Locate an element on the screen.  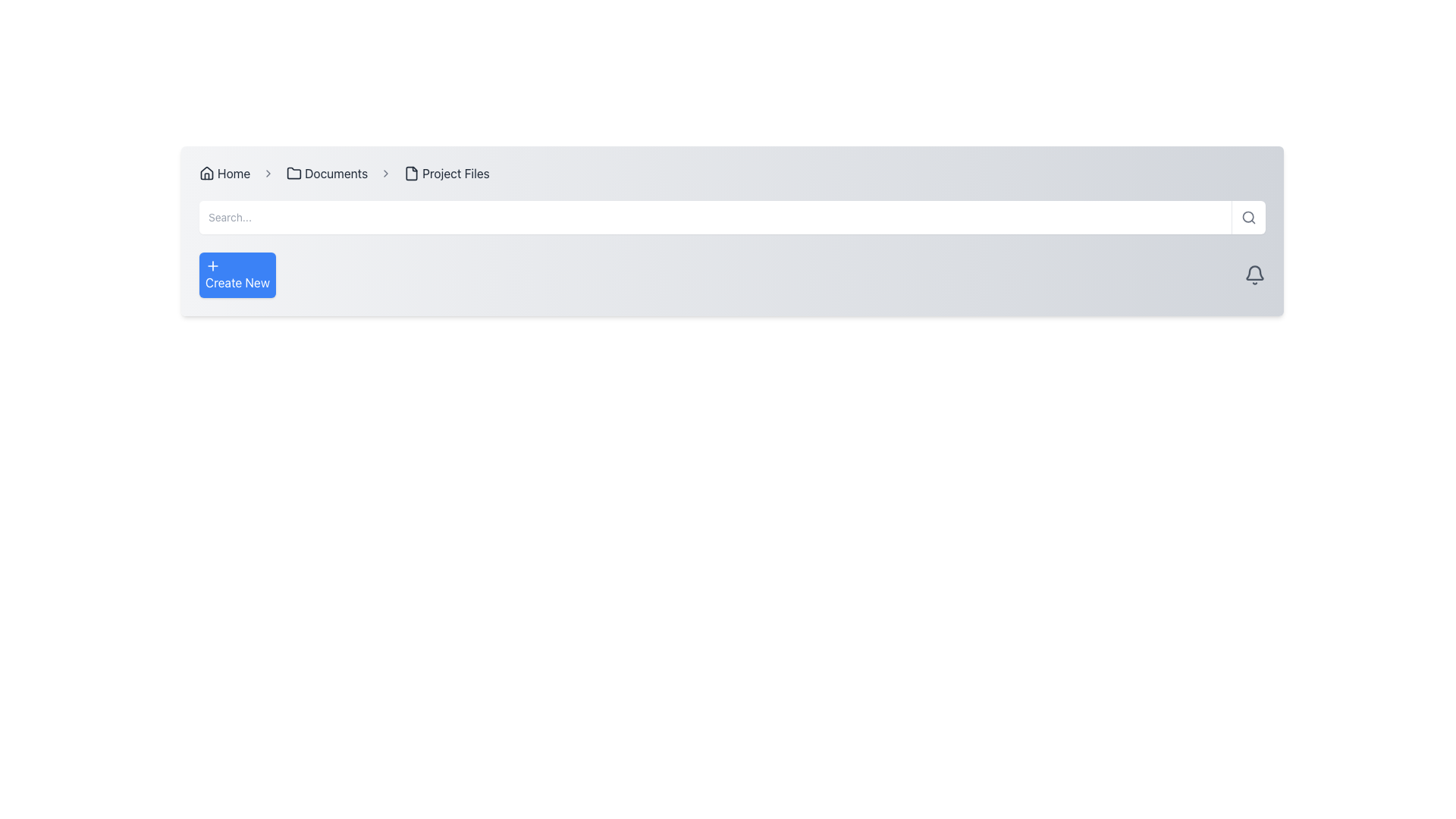
the file-related icon in the breadcrumb navigation bar, which is located next to the 'Project Files' text is located at coordinates (412, 172).